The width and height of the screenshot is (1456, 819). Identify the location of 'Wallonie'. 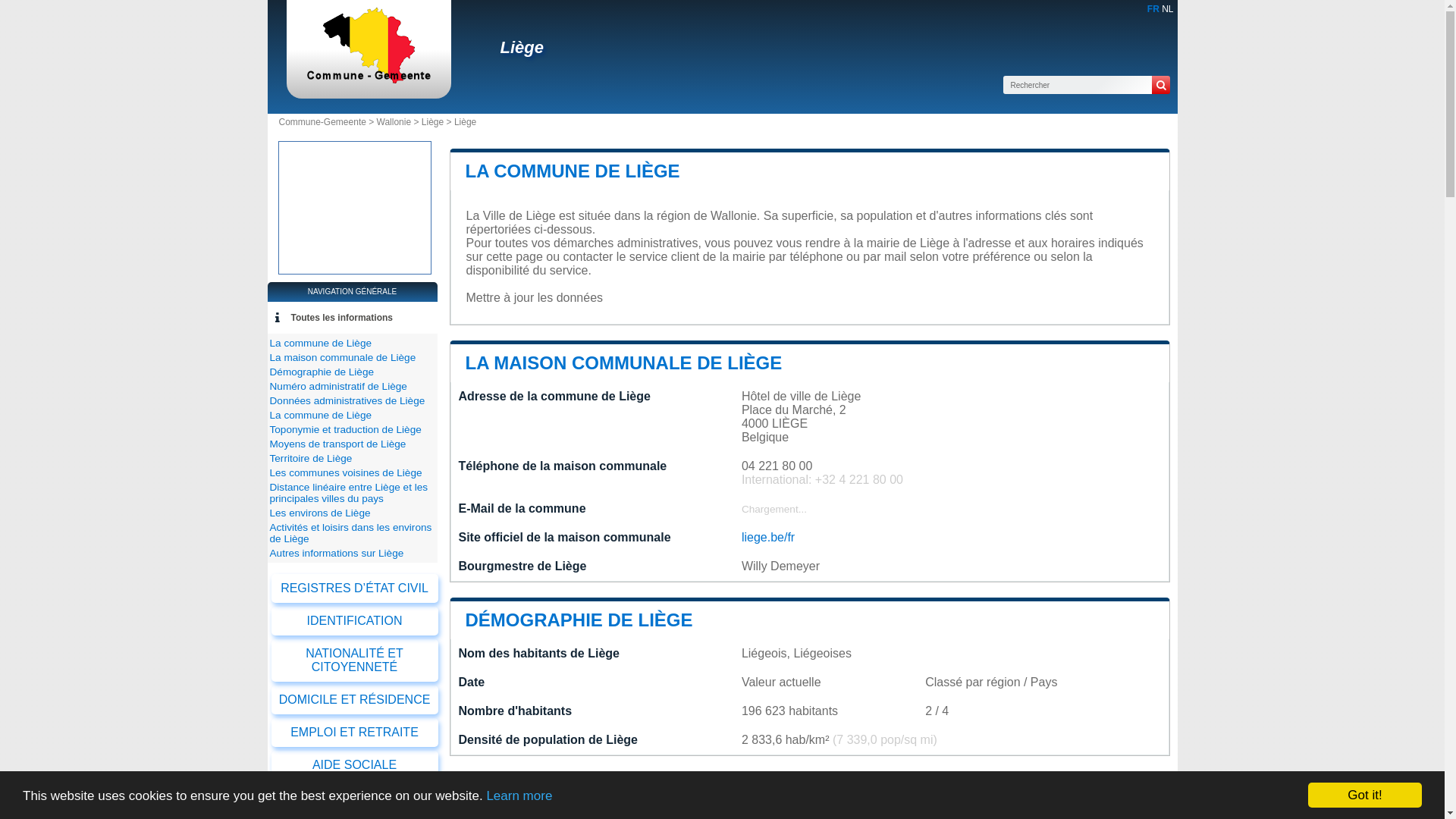
(394, 121).